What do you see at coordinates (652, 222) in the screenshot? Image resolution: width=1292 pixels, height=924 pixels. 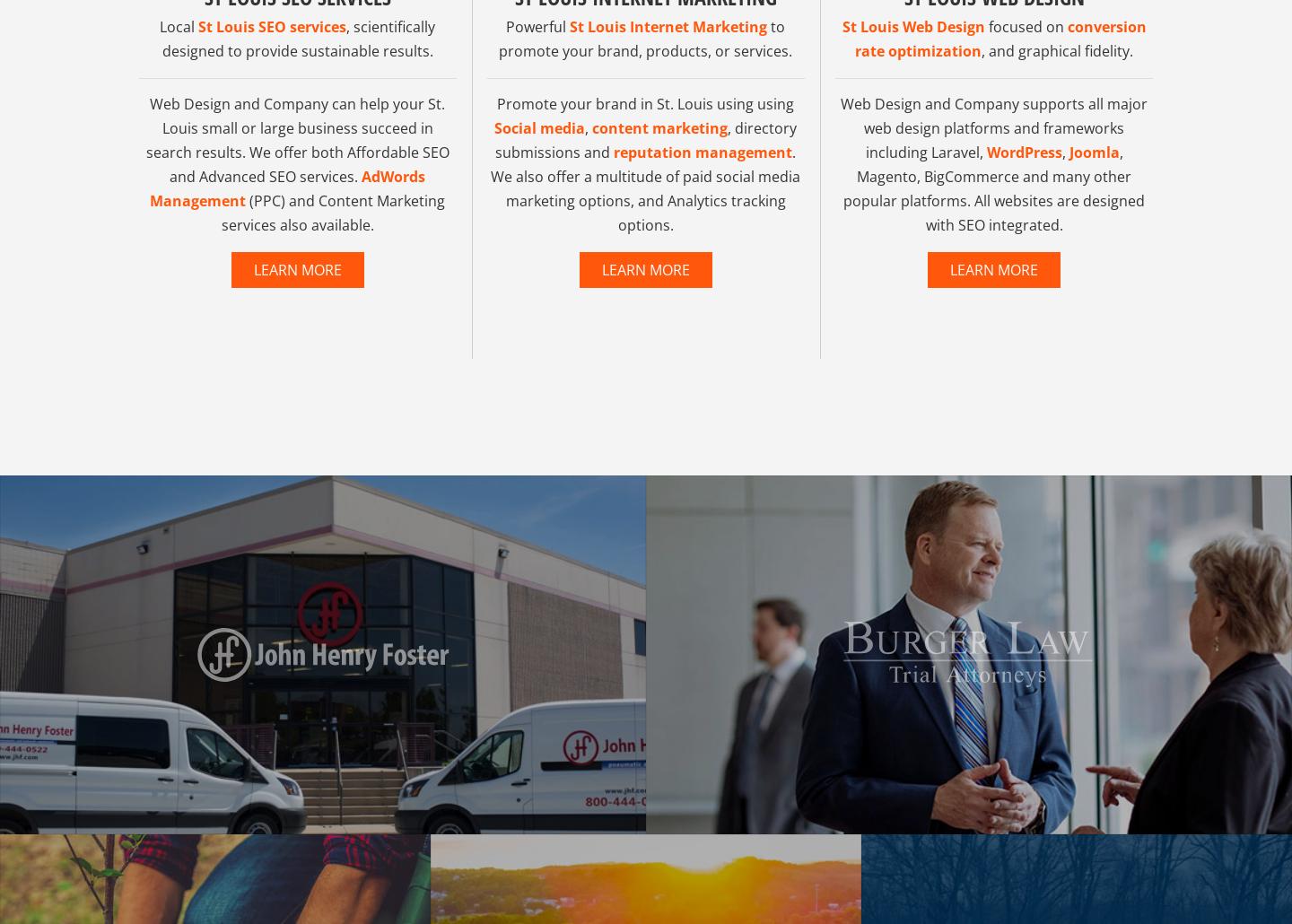 I see `'. We also offer a multitude of paid social media marketing options, and Analytics tracking options.'` at bounding box center [652, 222].